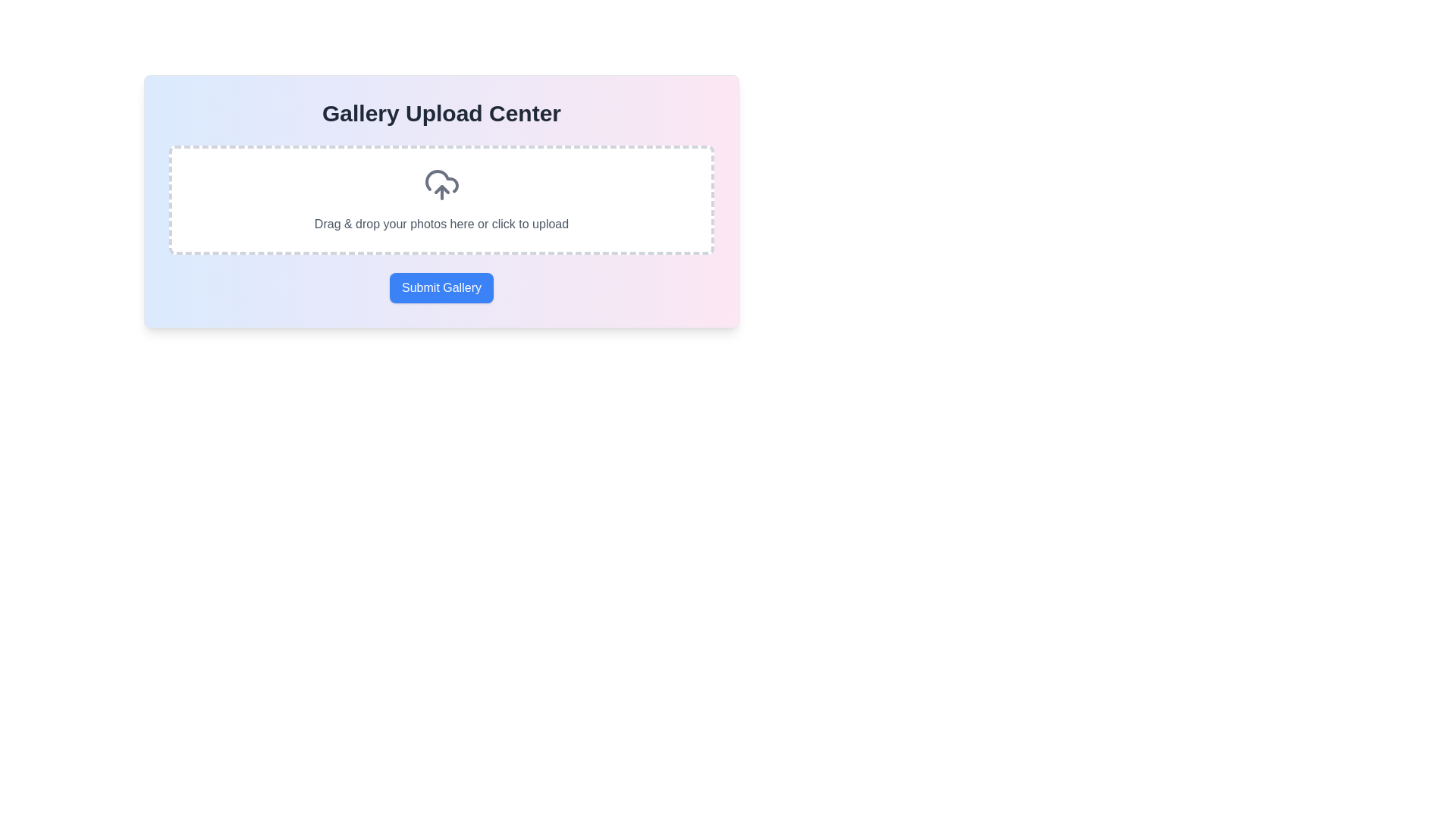 This screenshot has width=1456, height=819. I want to click on the Decorative Graphic Component, which represents the uploading action within the cloud upload symbol, located at the center of the cloud icon graphic, so click(441, 189).